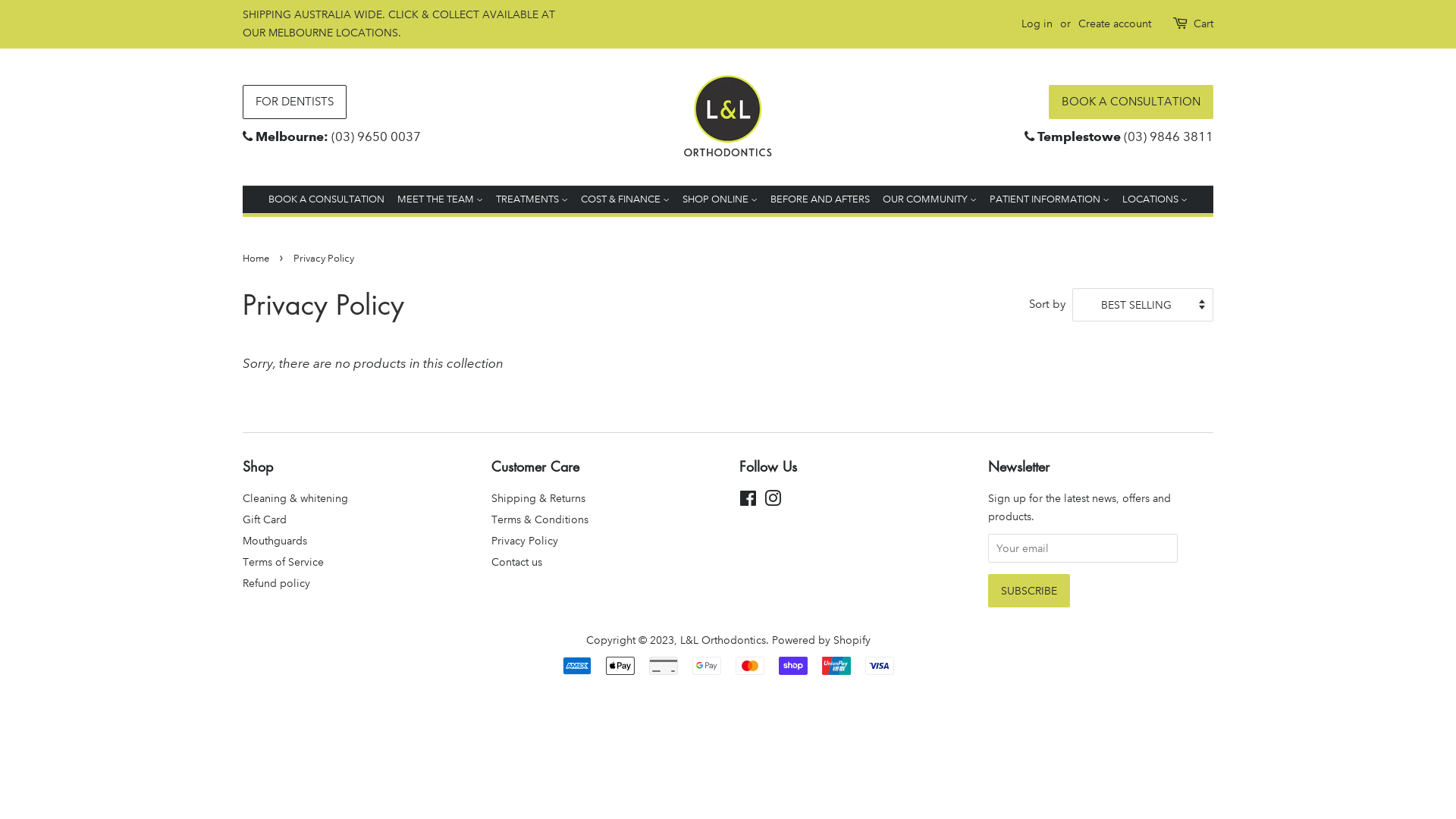 The width and height of the screenshot is (1456, 819). I want to click on '(03) 9650 0037', so click(375, 136).